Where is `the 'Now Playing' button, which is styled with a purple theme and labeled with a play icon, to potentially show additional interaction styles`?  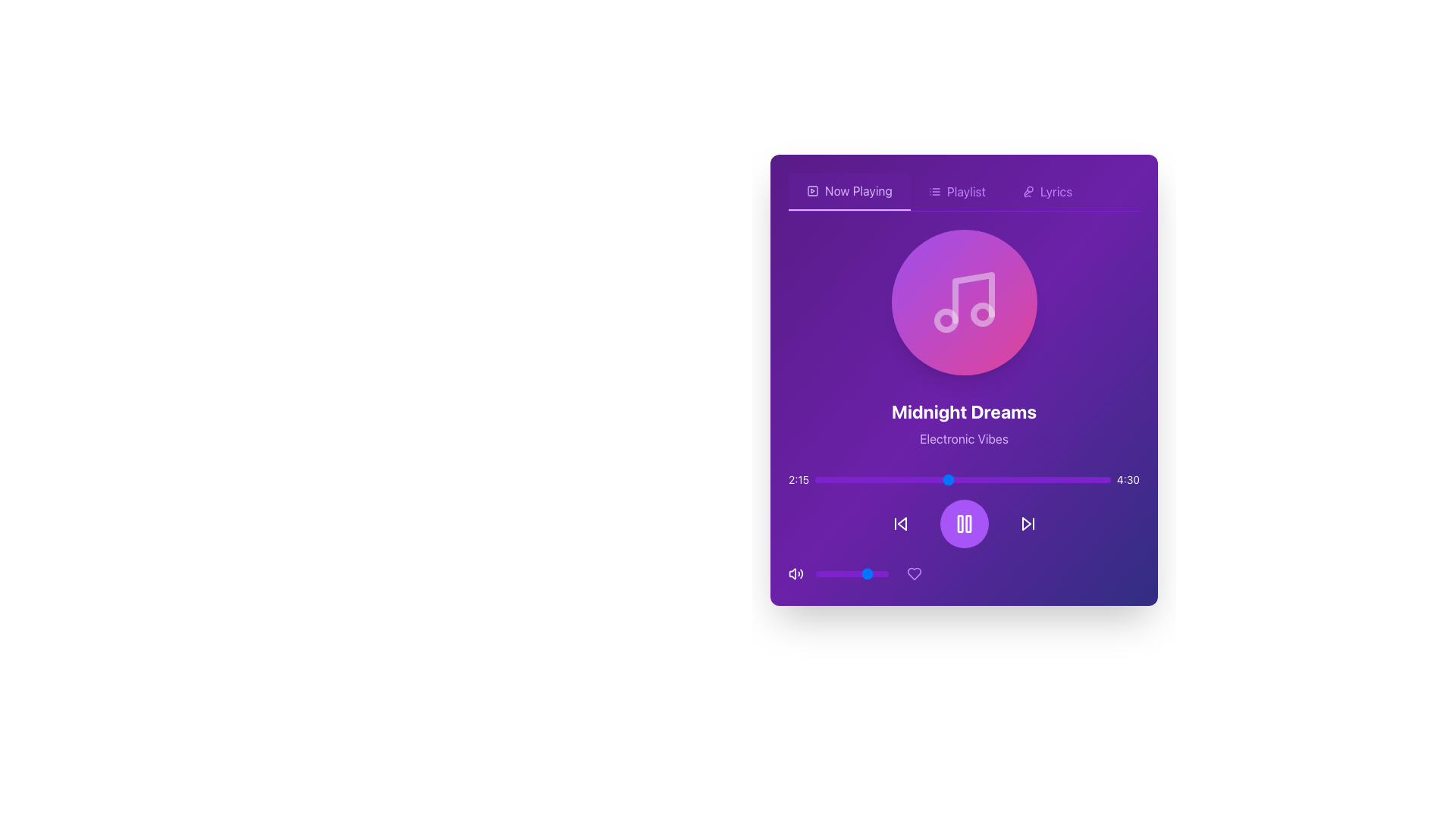
the 'Now Playing' button, which is styled with a purple theme and labeled with a play icon, to potentially show additional interaction styles is located at coordinates (849, 191).